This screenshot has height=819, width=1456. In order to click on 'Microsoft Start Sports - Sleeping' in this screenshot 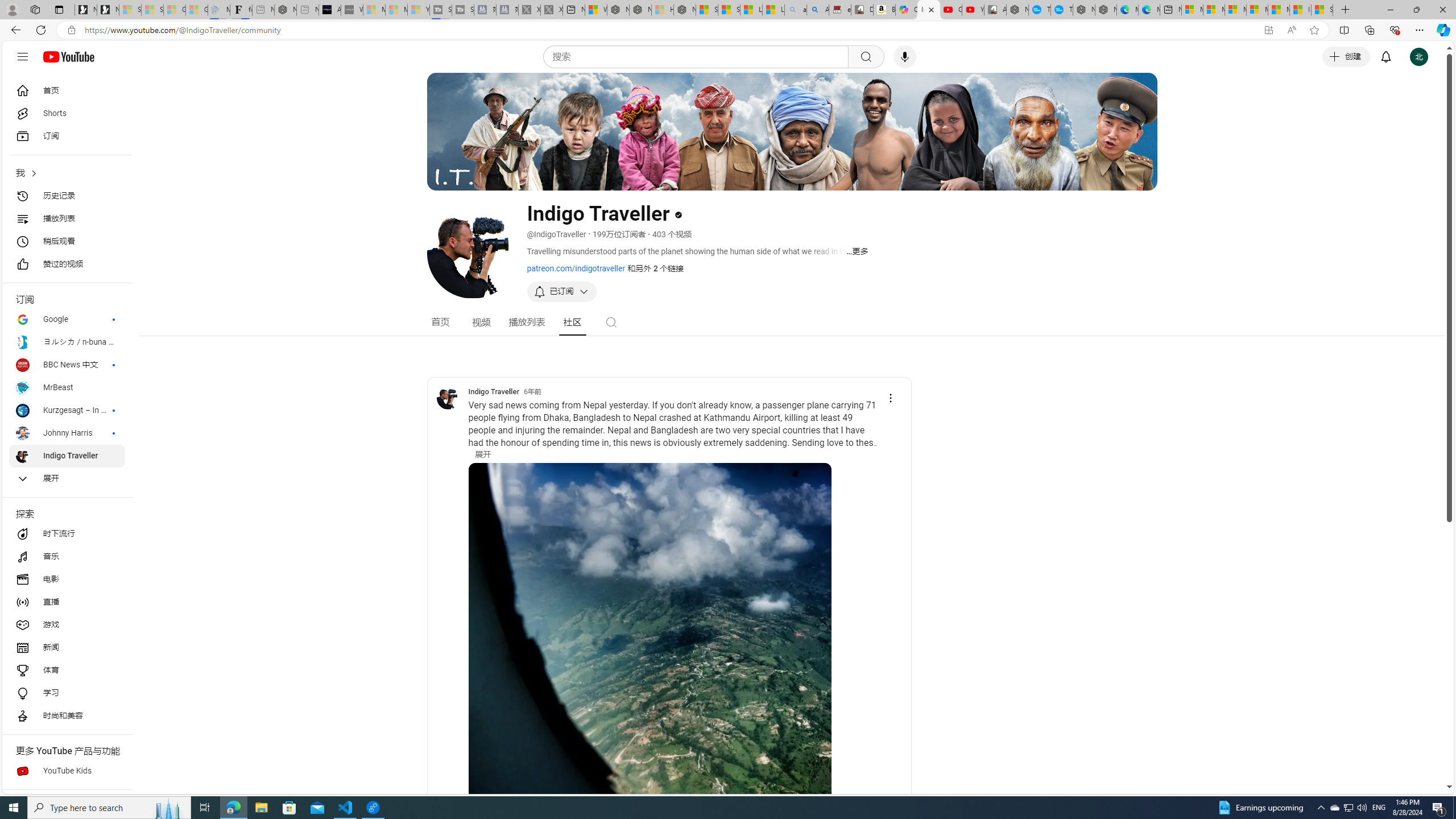, I will do `click(373, 9)`.